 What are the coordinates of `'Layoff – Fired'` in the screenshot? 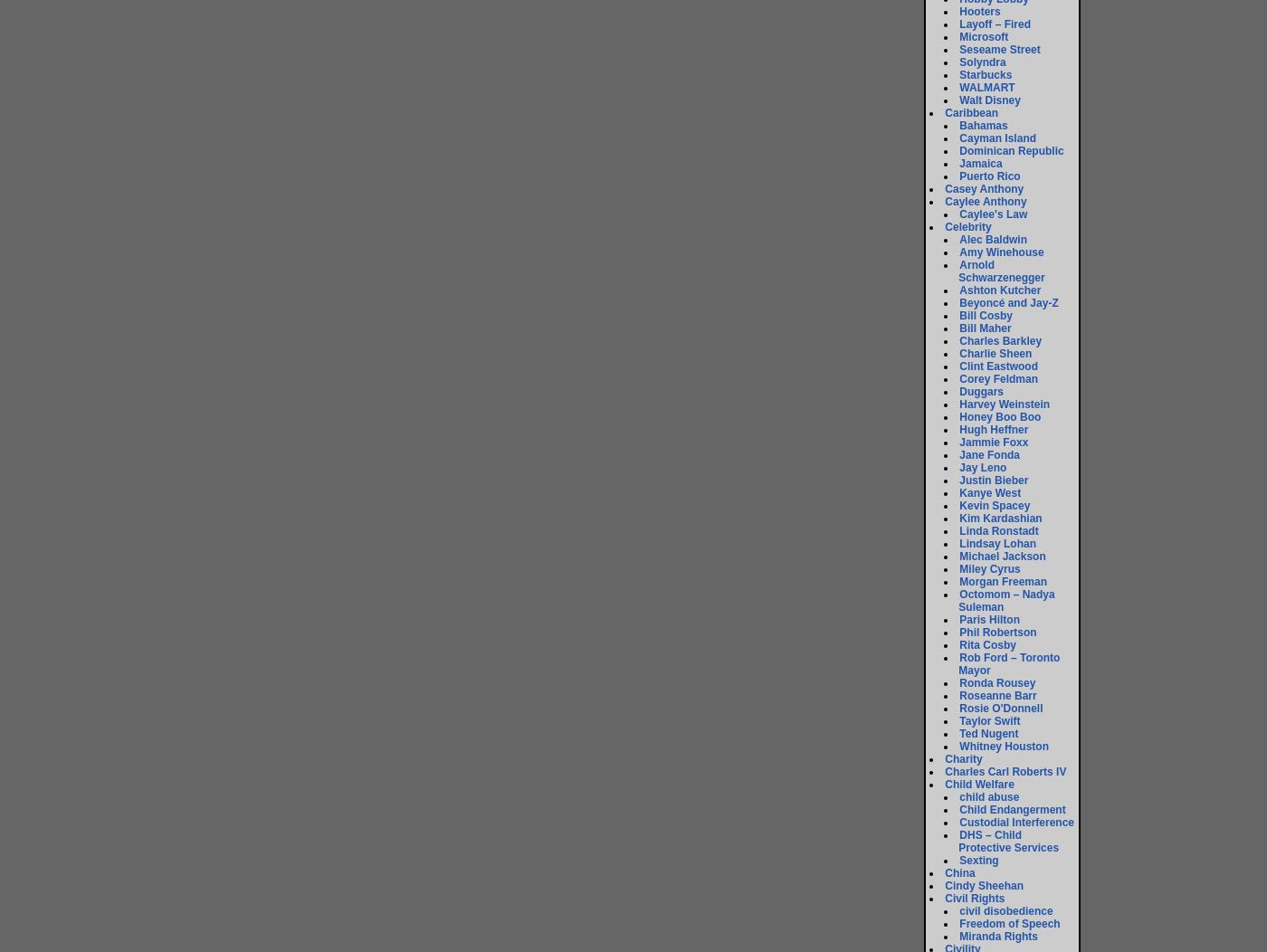 It's located at (995, 24).